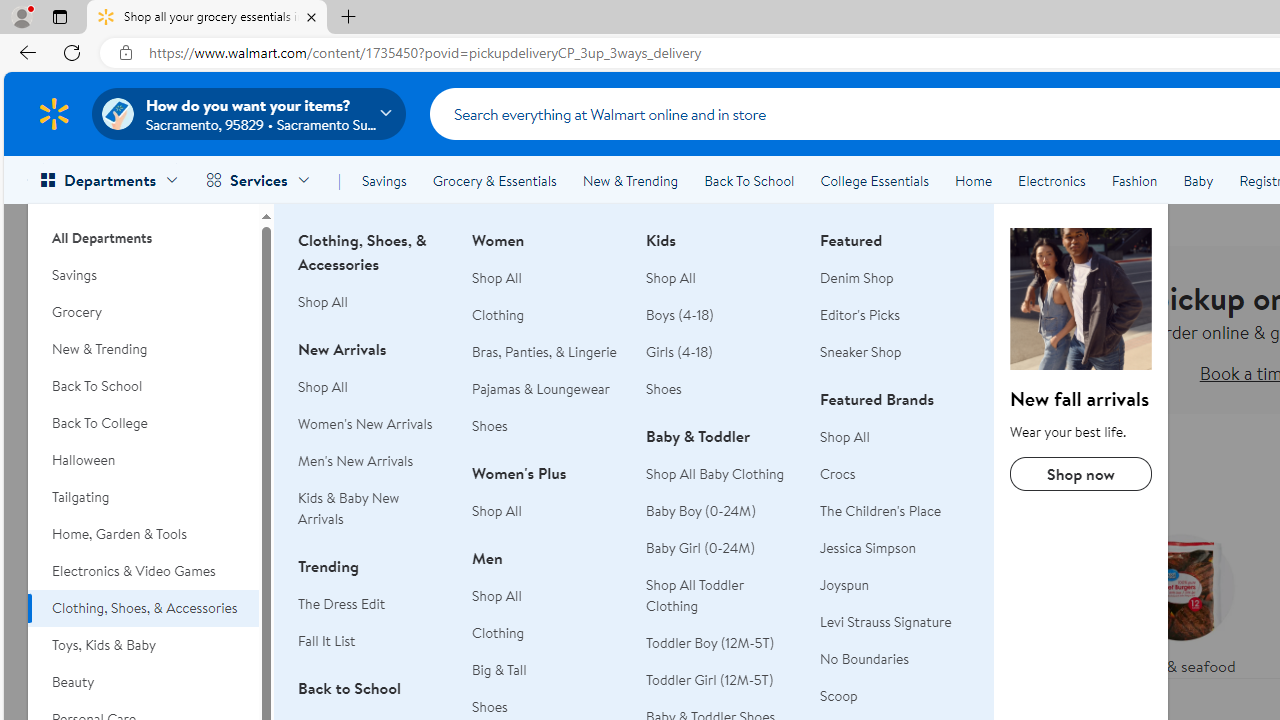 This screenshot has height=720, width=1280. Describe the element at coordinates (547, 389) in the screenshot. I see `'Pajamas & Loungewear'` at that location.